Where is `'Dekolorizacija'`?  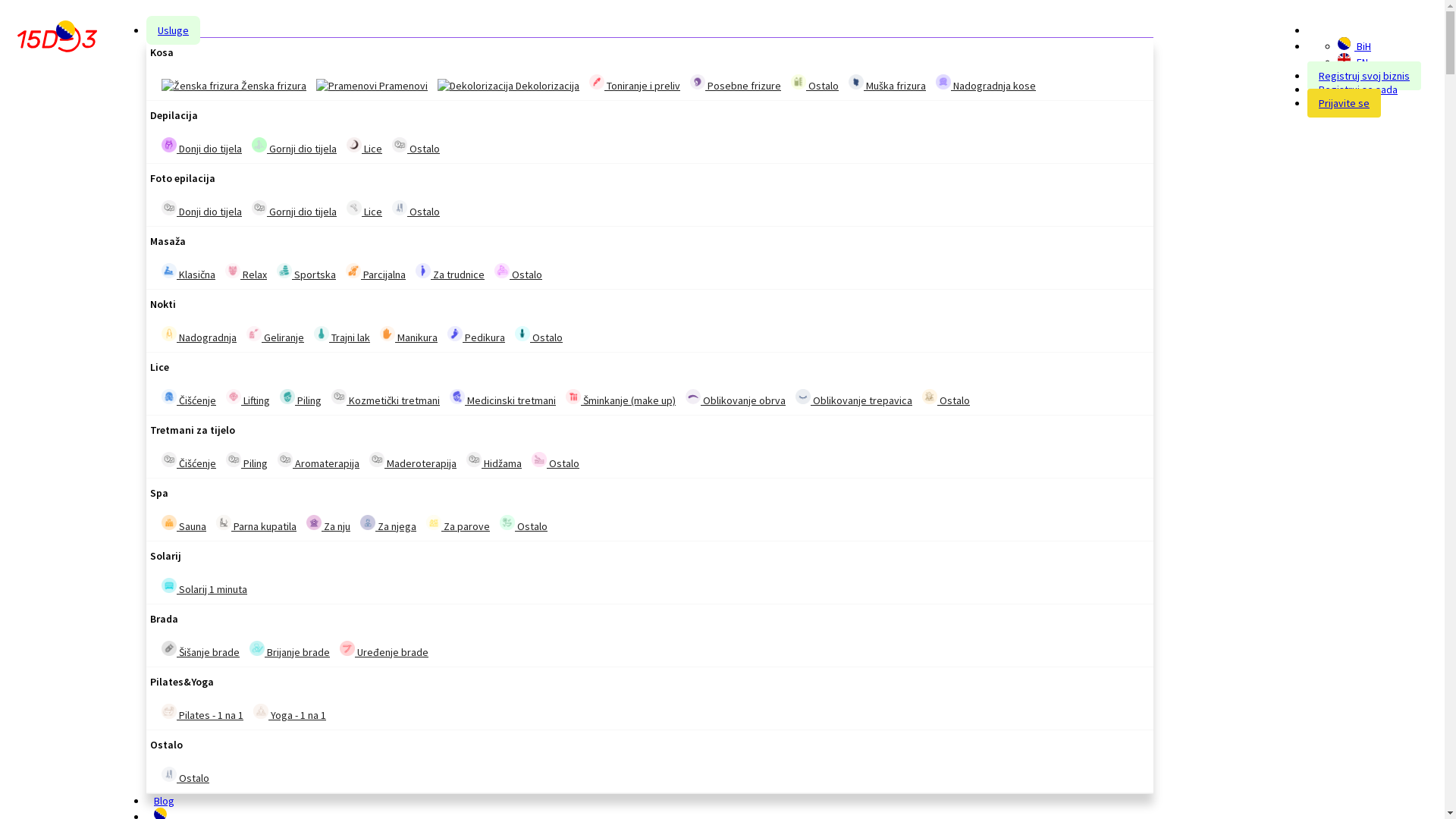
'Dekolorizacija' is located at coordinates (508, 85).